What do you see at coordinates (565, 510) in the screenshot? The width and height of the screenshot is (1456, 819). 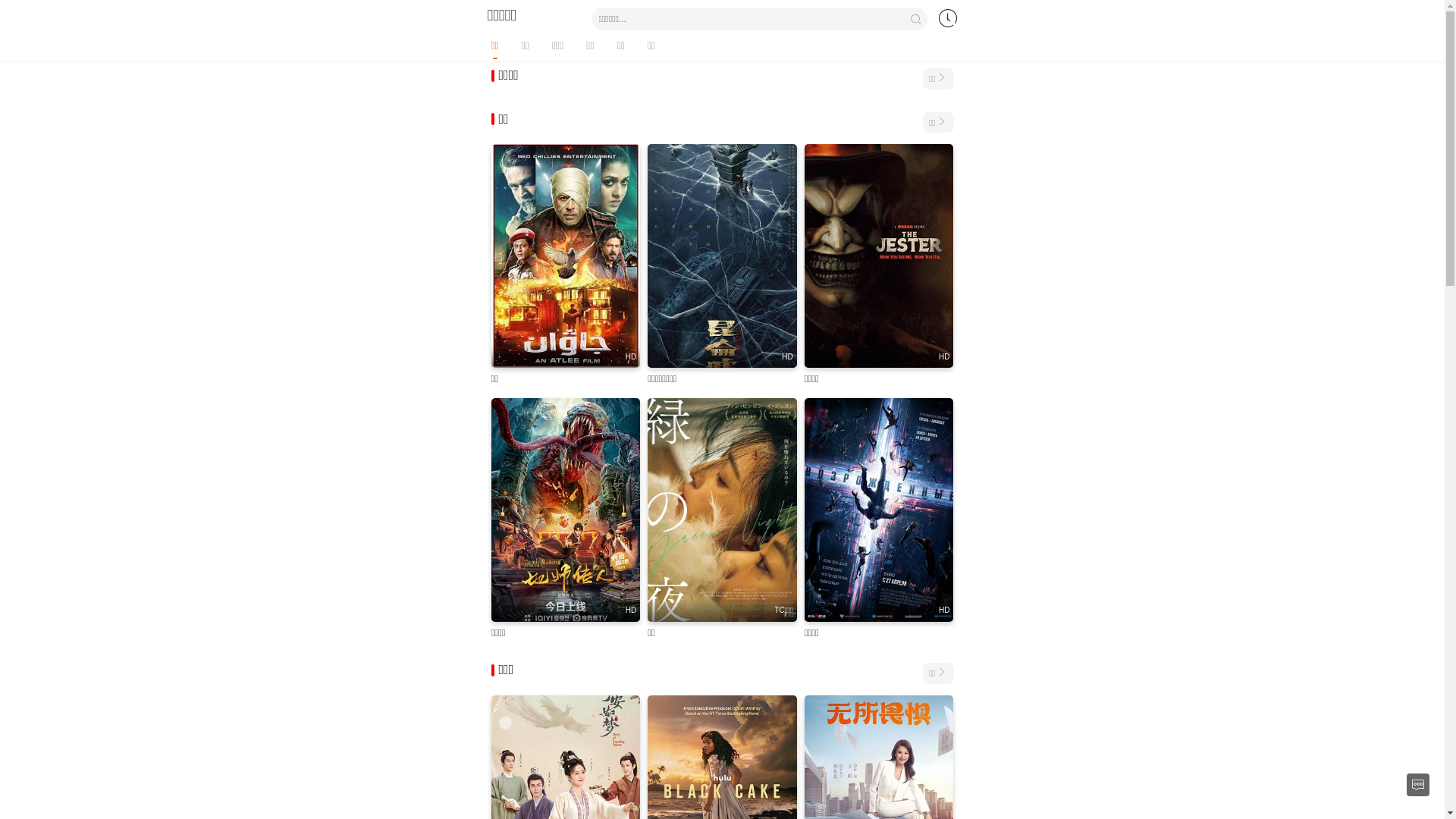 I see `'HD'` at bounding box center [565, 510].